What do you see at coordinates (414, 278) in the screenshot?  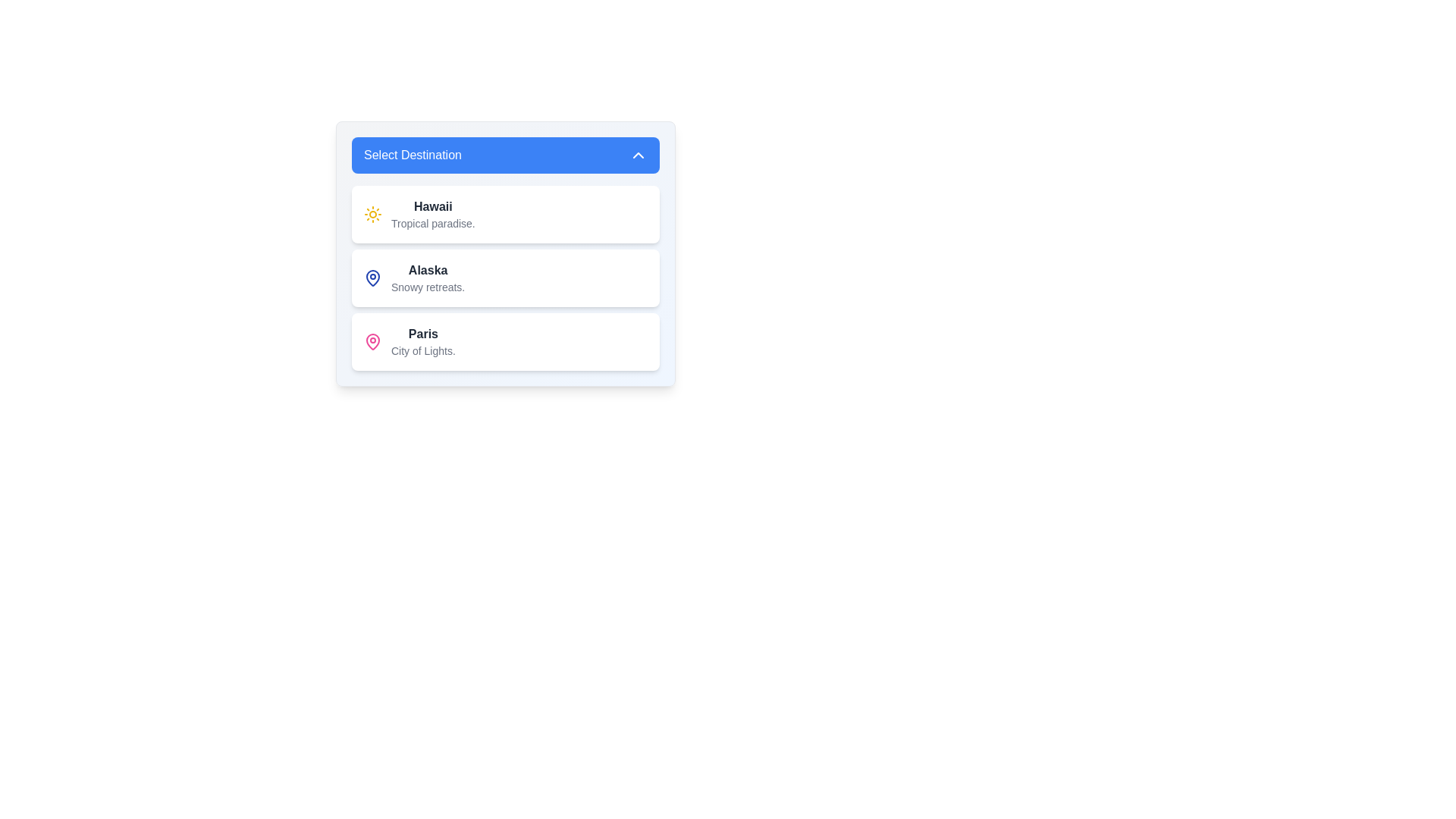 I see `the Destination selection item labeled 'Alaska' with a blue map pin icon to navigate` at bounding box center [414, 278].